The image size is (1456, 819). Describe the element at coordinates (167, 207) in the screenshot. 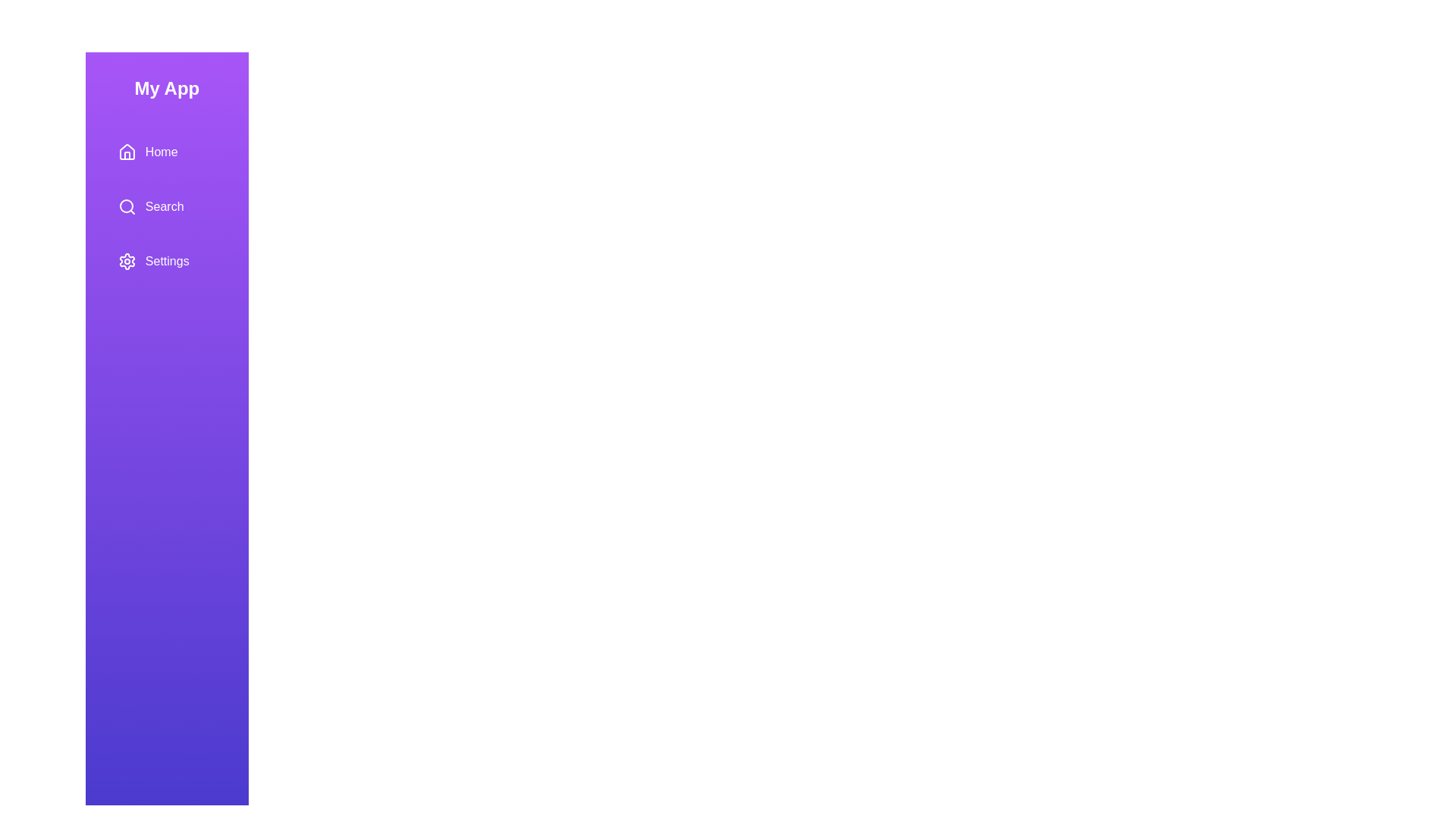

I see `the Search menu option` at that location.